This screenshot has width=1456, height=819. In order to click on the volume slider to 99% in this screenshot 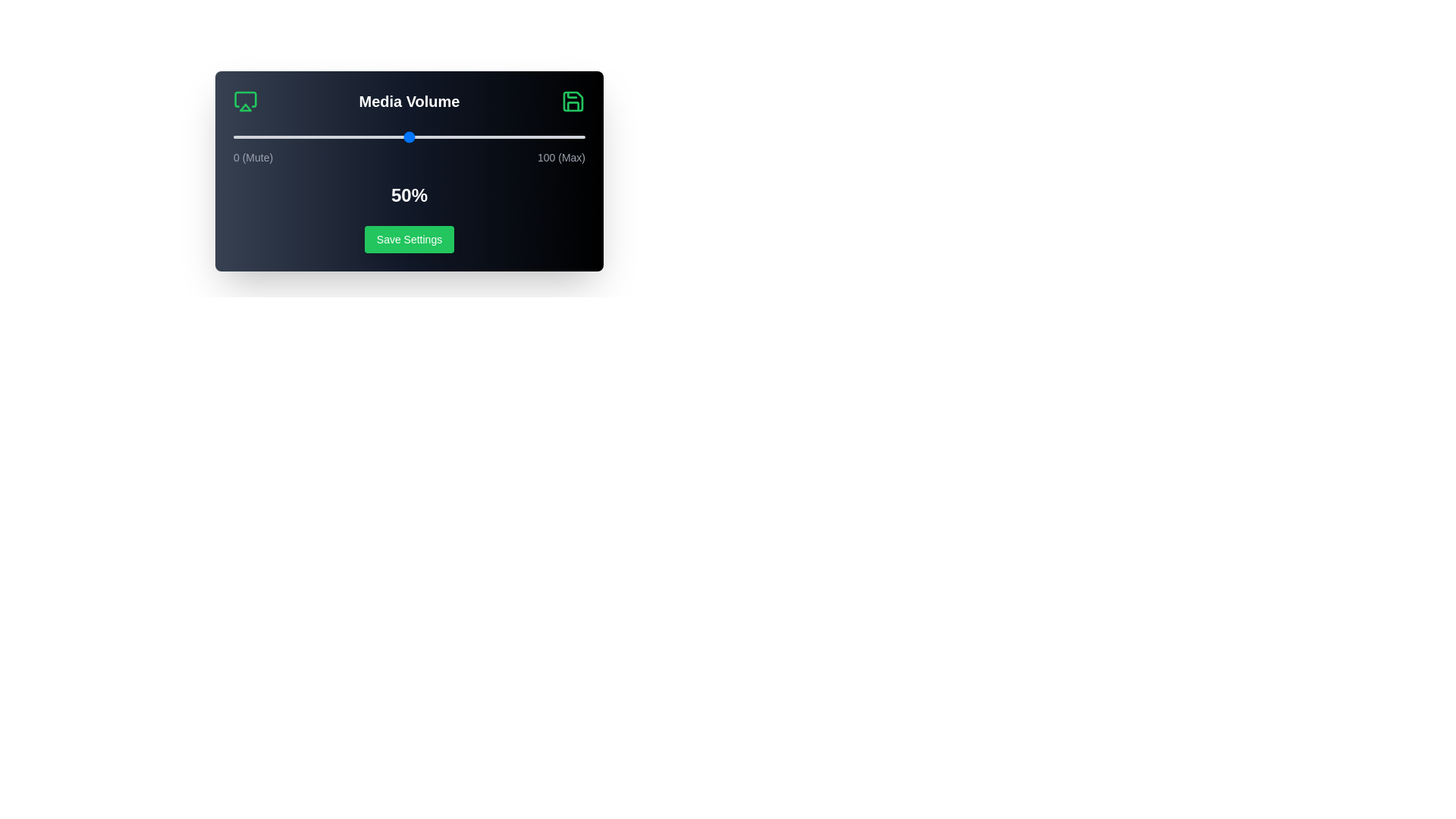, I will do `click(581, 137)`.